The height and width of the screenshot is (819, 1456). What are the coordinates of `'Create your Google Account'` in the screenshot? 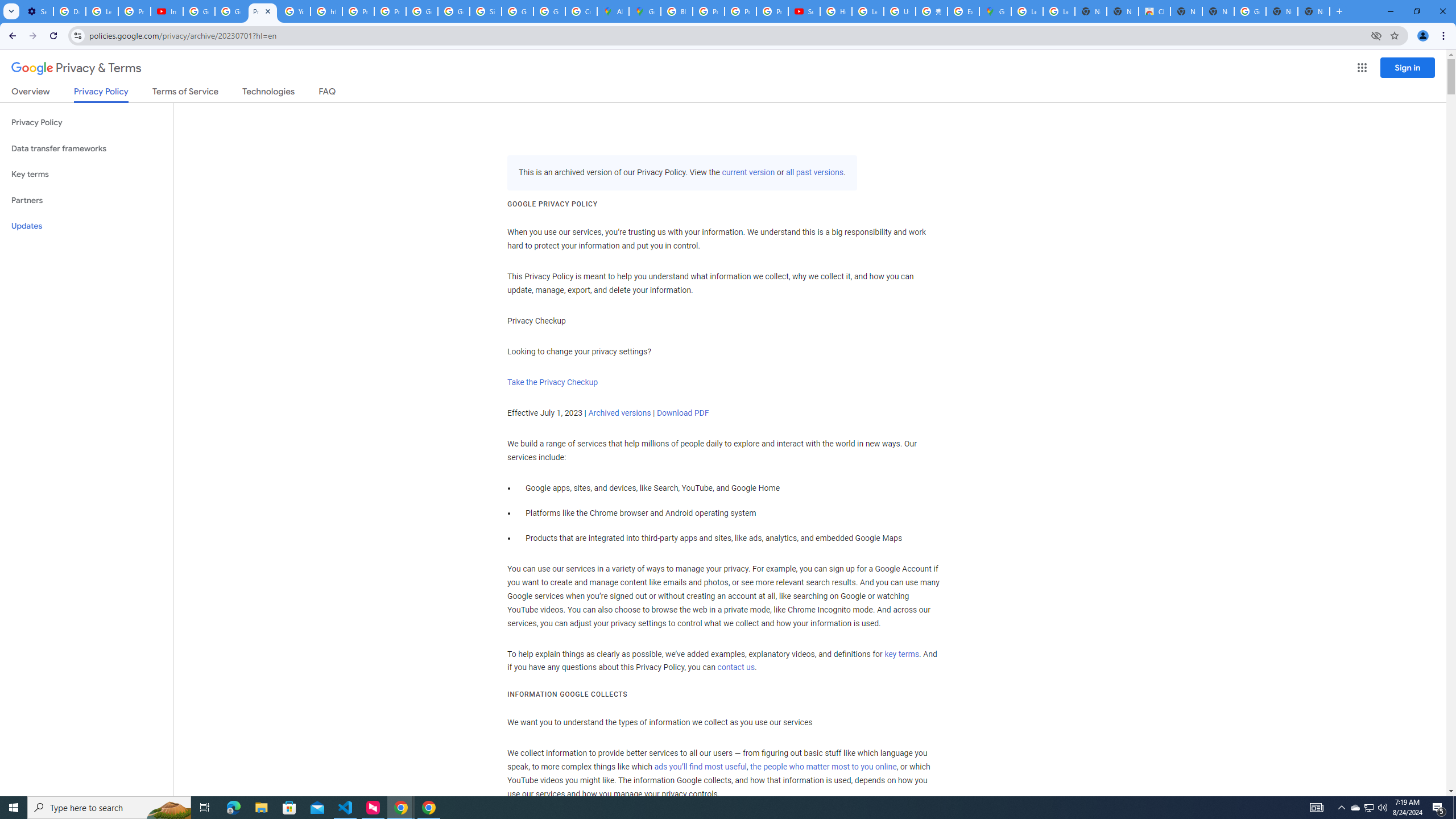 It's located at (581, 11).